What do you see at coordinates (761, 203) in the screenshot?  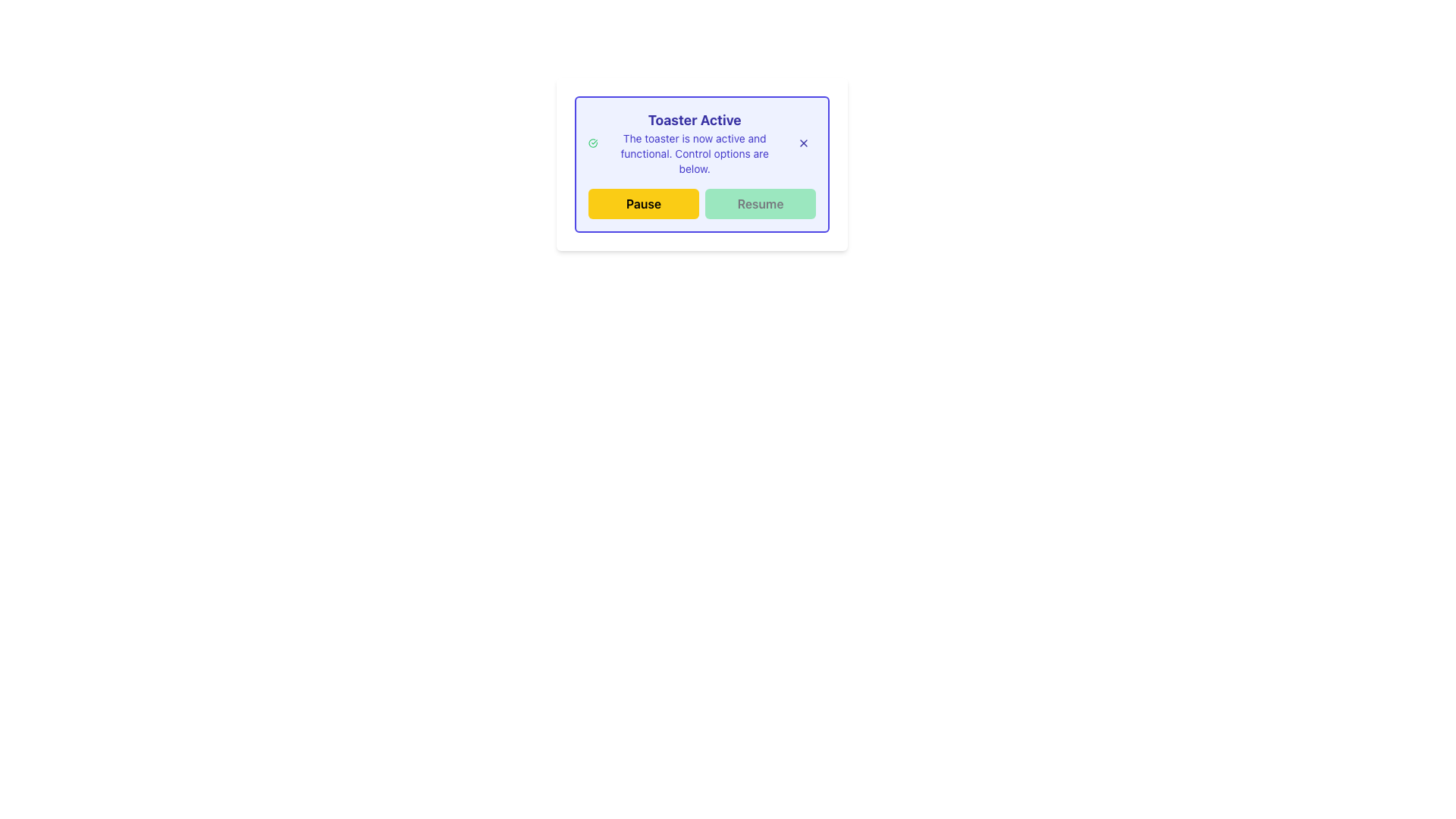 I see `the light green 'Resume' button with bold black text to activate the hover effect` at bounding box center [761, 203].